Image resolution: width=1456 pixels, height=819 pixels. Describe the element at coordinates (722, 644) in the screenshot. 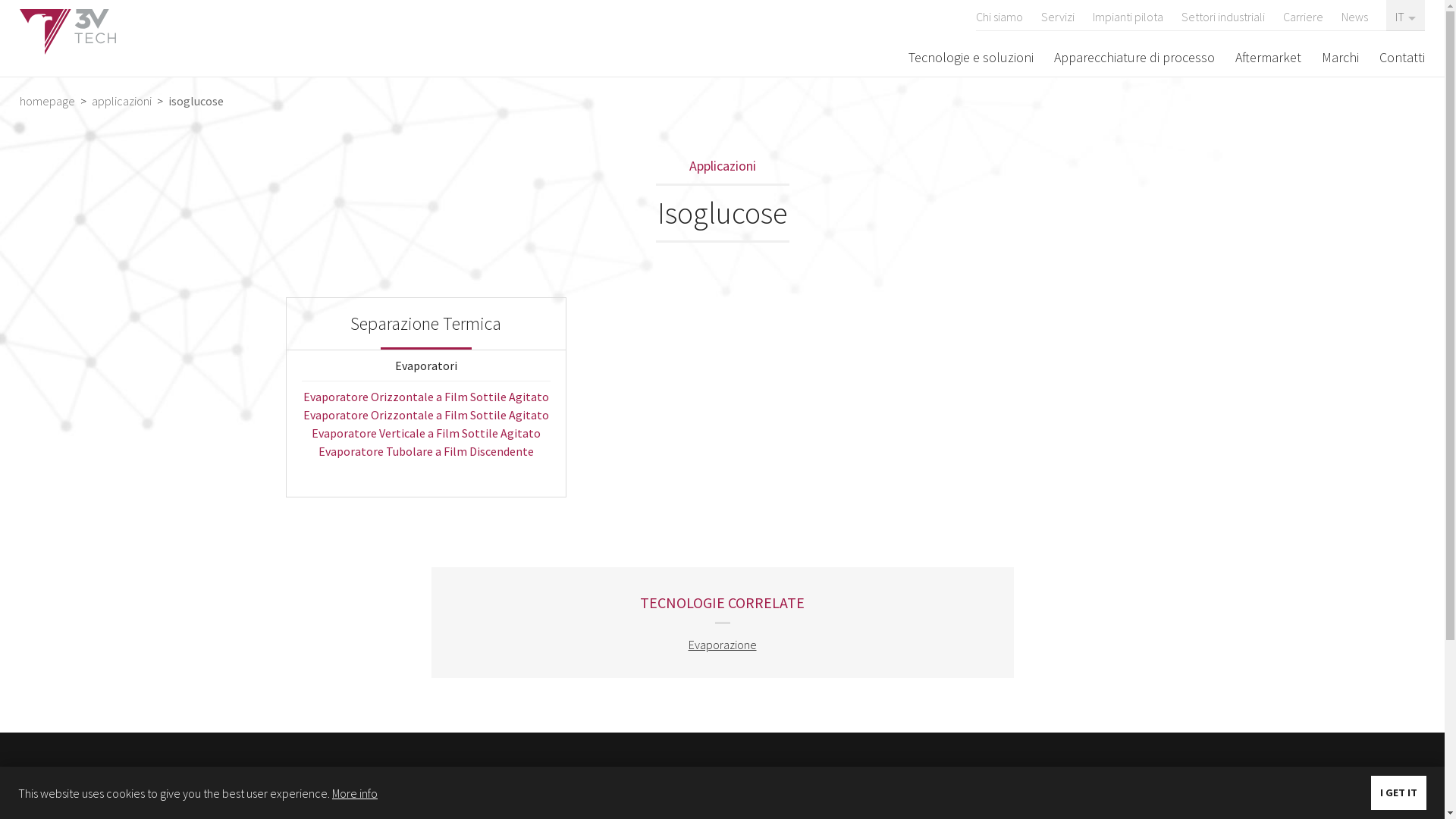

I see `'Evaporazione'` at that location.